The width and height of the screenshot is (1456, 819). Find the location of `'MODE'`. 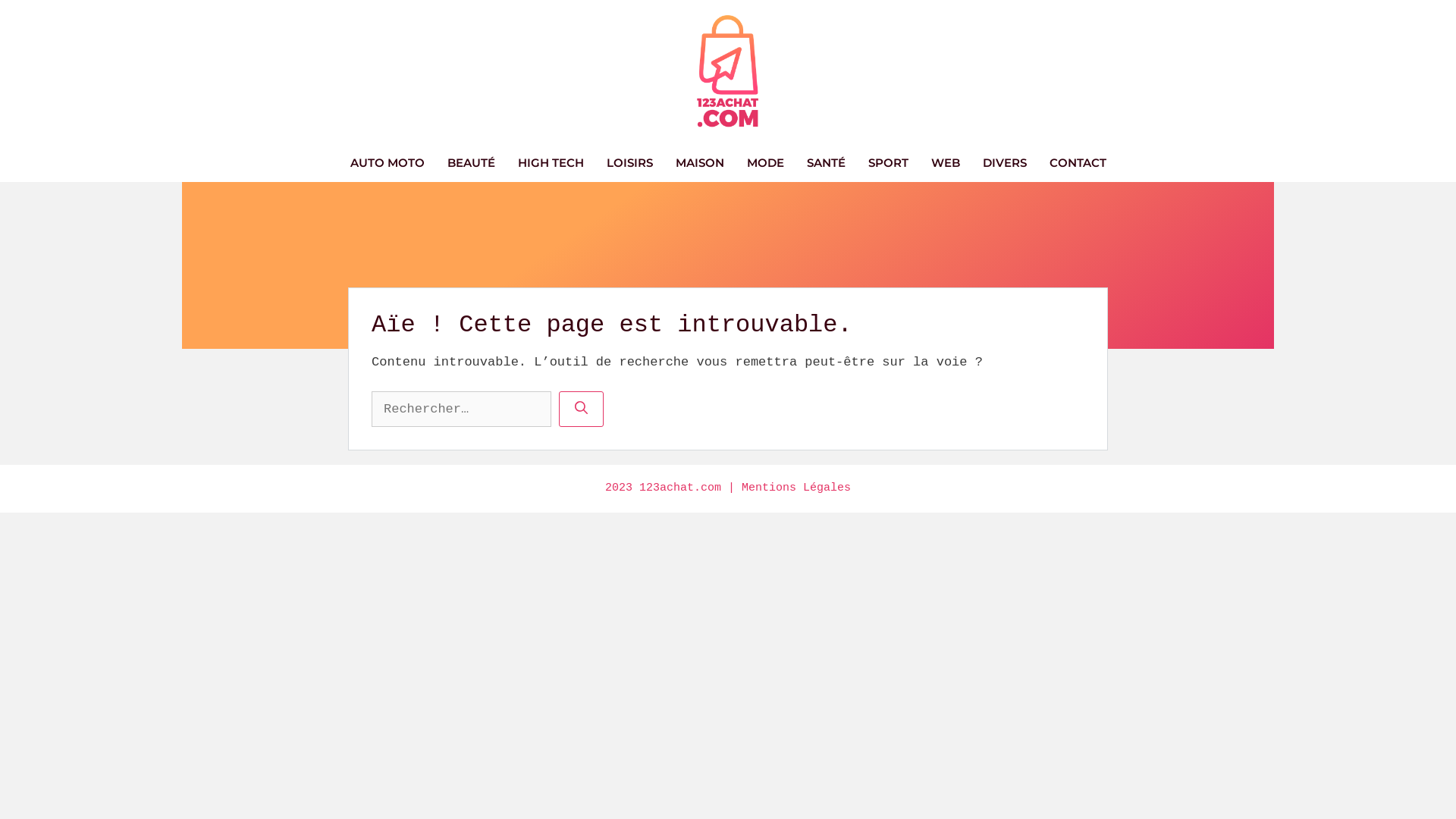

'MODE' is located at coordinates (765, 163).